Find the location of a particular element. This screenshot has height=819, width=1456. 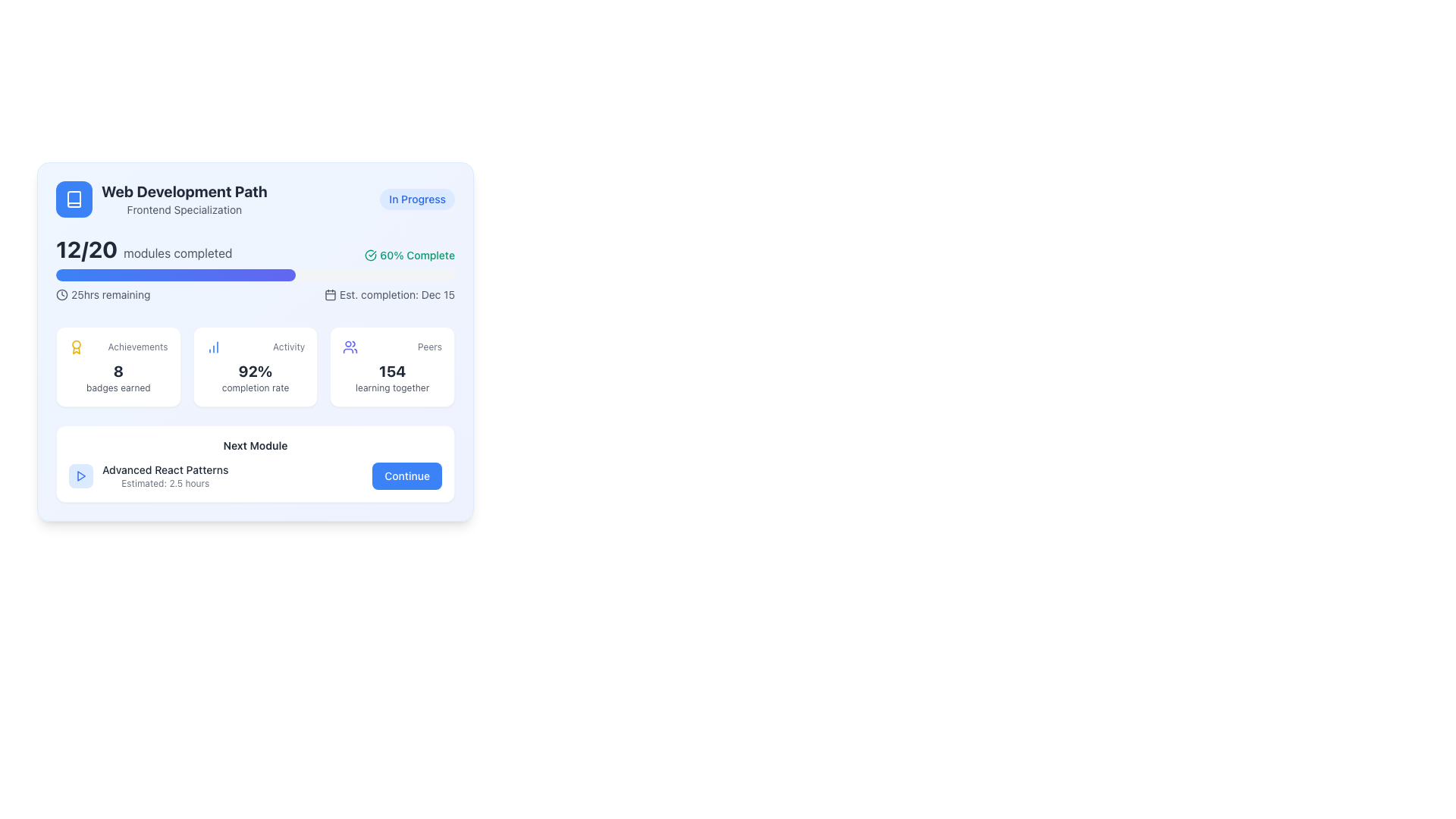

the icon representing the 'Advanced React Patterns' module, located in the lower section of the interface within the 'Next Module' section, to the left of the text 'Advanced React Patterns' is located at coordinates (80, 475).